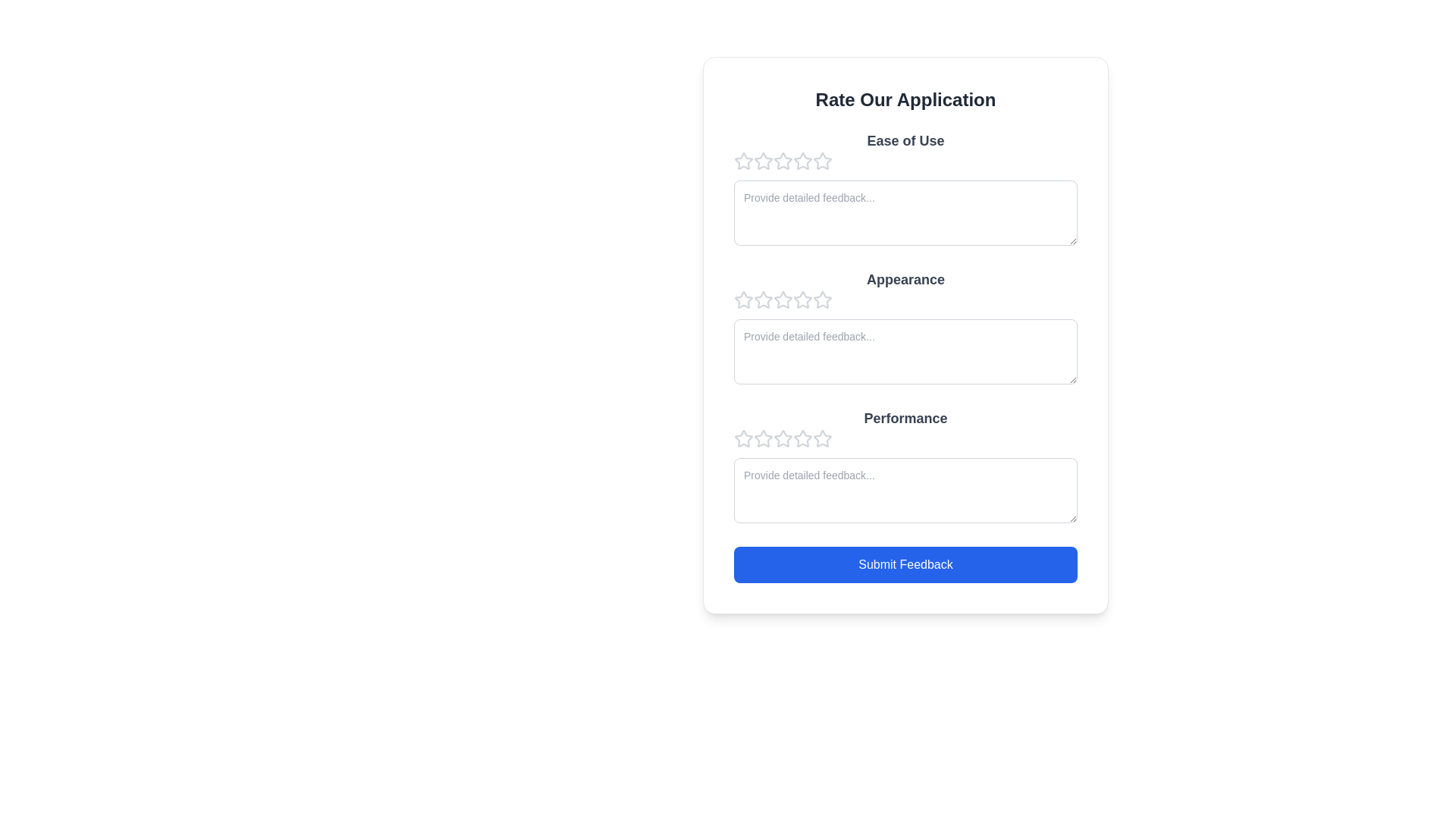 This screenshot has width=1456, height=819. I want to click on the Star rating component located under the 'Appearance' heading, which is the second rating section in the form, so click(905, 300).